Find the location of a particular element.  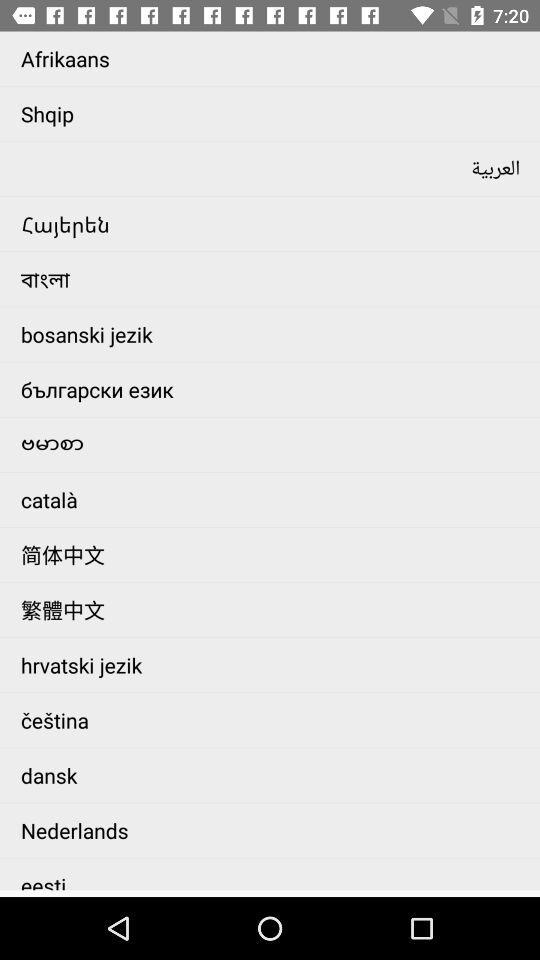

afrikaans app is located at coordinates (274, 57).